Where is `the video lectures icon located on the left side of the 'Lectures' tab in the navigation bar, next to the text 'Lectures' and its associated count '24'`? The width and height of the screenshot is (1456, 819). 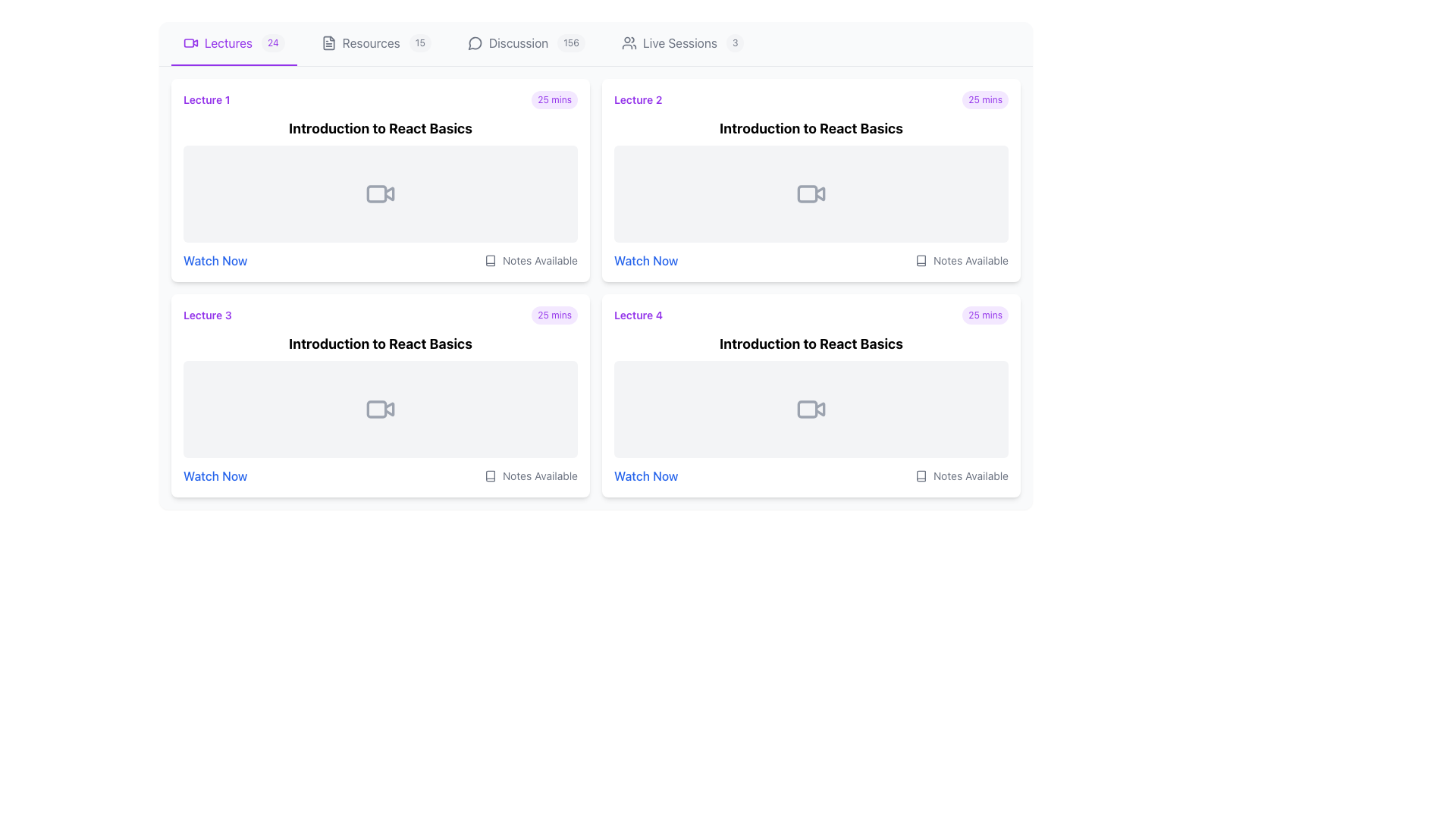
the video lectures icon located on the left side of the 'Lectures' tab in the navigation bar, next to the text 'Lectures' and its associated count '24' is located at coordinates (190, 42).